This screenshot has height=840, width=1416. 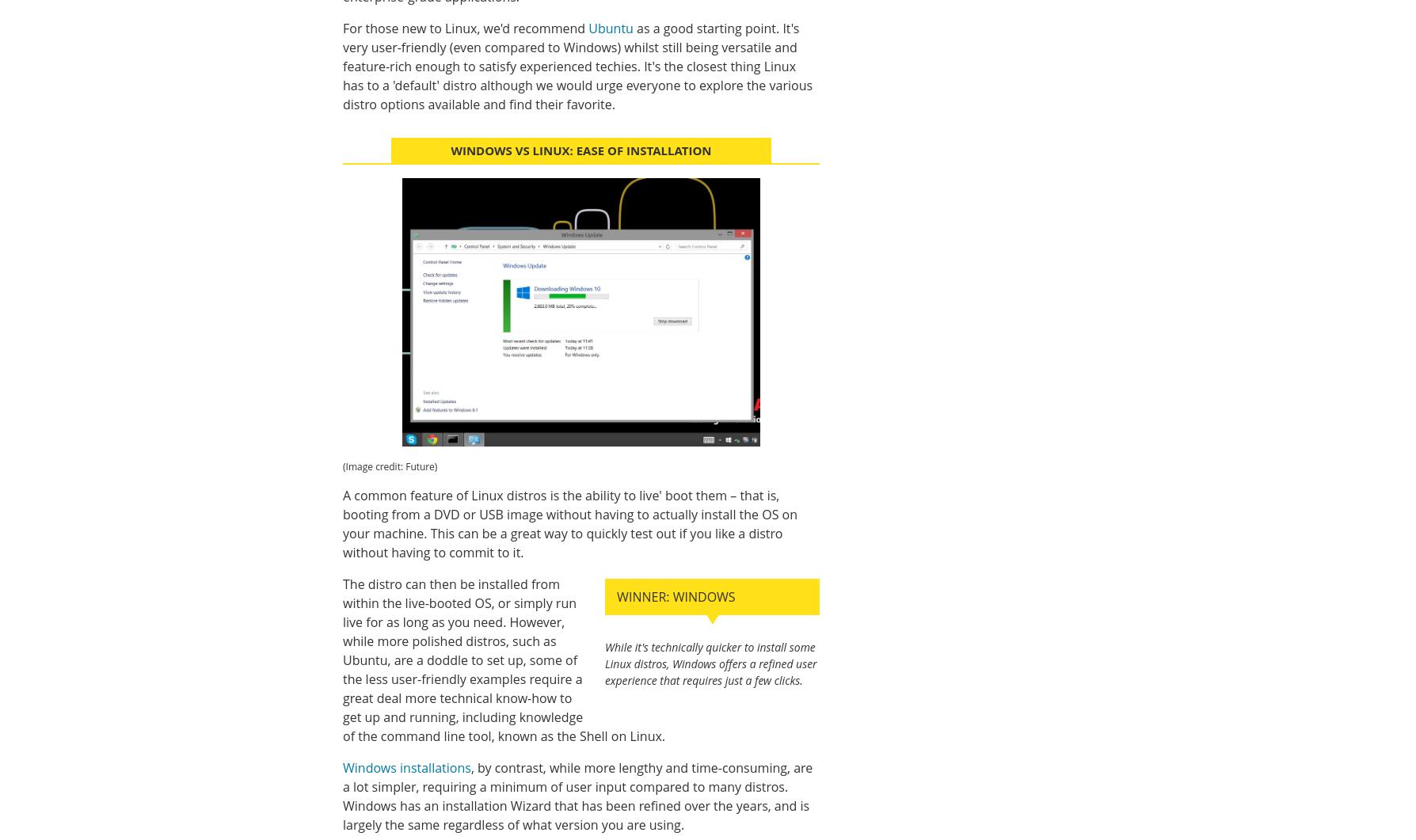 What do you see at coordinates (406, 766) in the screenshot?
I see `'Windows installations'` at bounding box center [406, 766].